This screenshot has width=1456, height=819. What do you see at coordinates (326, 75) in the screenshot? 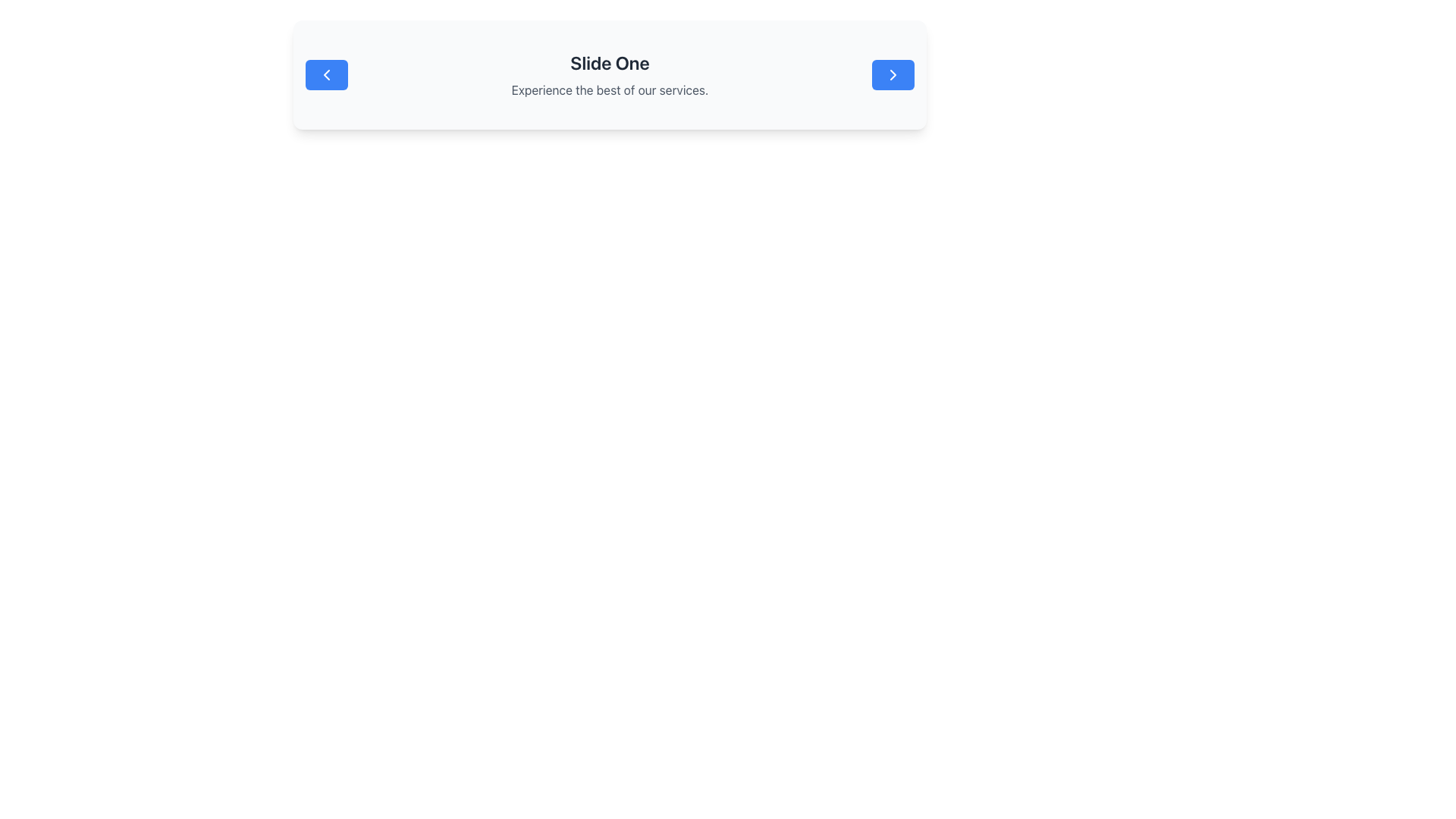
I see `the leftmost navigation button in the carousel interface` at bounding box center [326, 75].